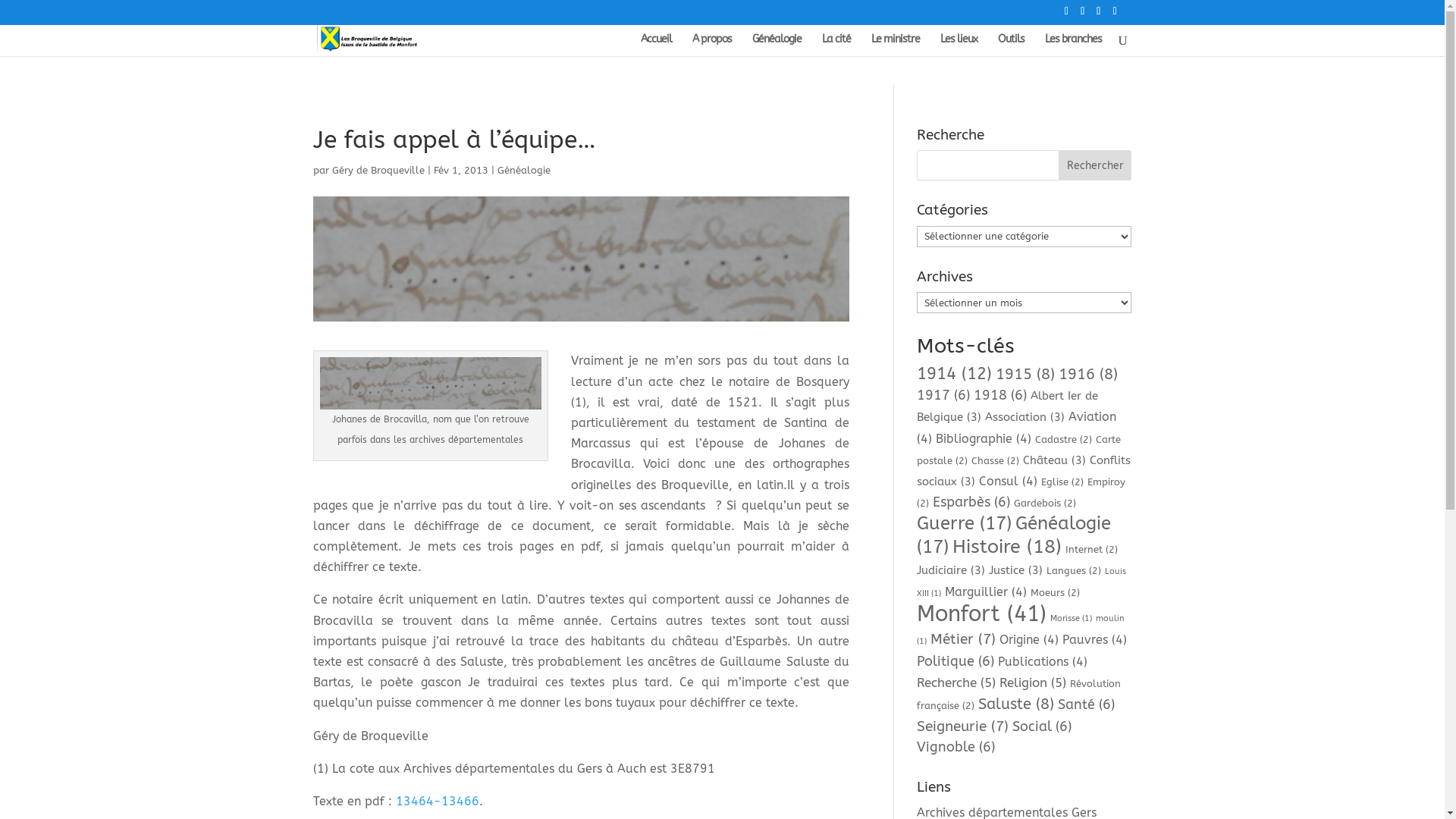  Describe the element at coordinates (963, 522) in the screenshot. I see `'Guerre (17)'` at that location.